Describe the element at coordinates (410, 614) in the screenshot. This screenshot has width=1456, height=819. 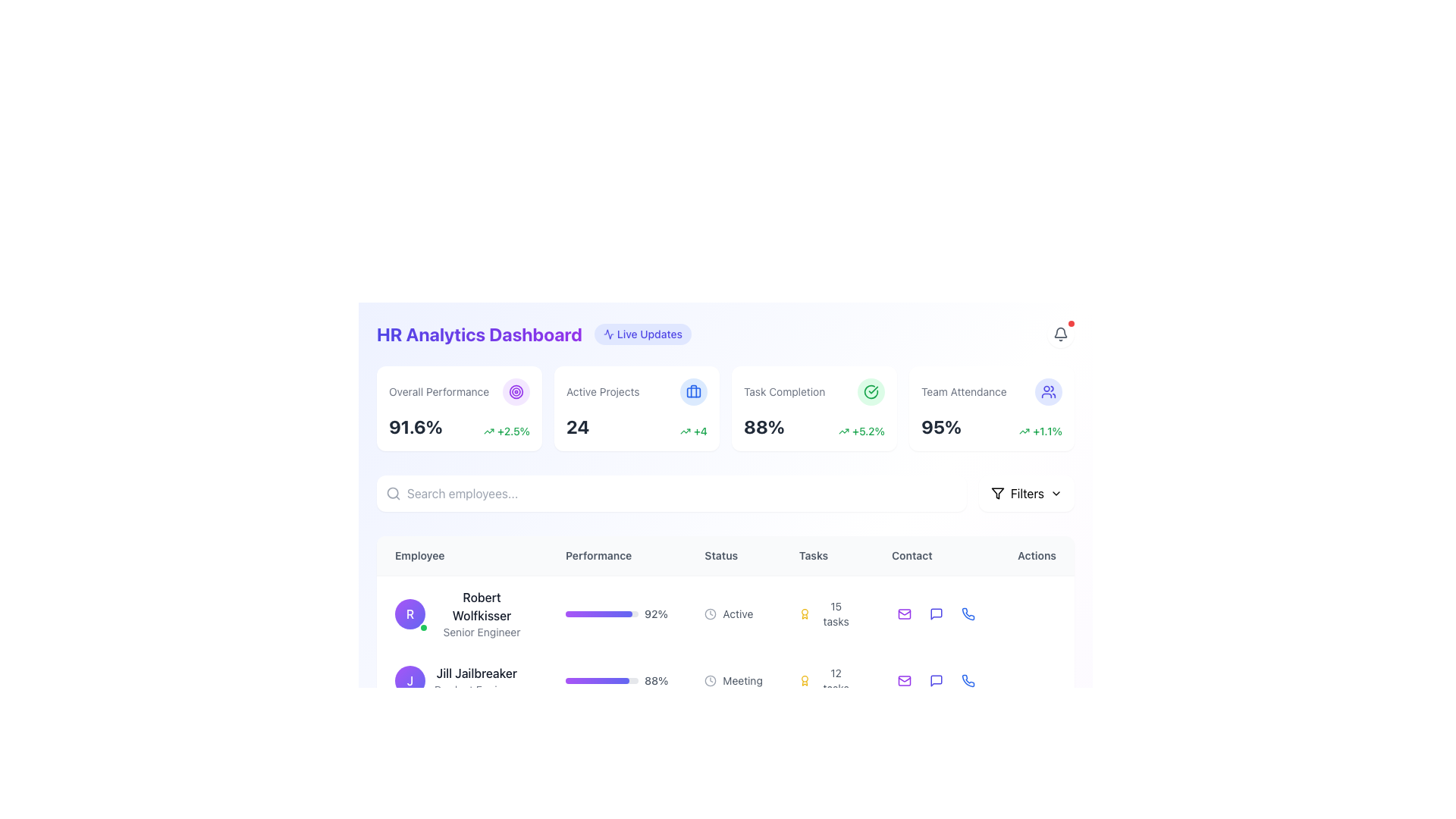
I see `the Avatar with badge representing the user 'Robert Wolfkisser', which is positioned at the leftmost side of the employee information row` at that location.